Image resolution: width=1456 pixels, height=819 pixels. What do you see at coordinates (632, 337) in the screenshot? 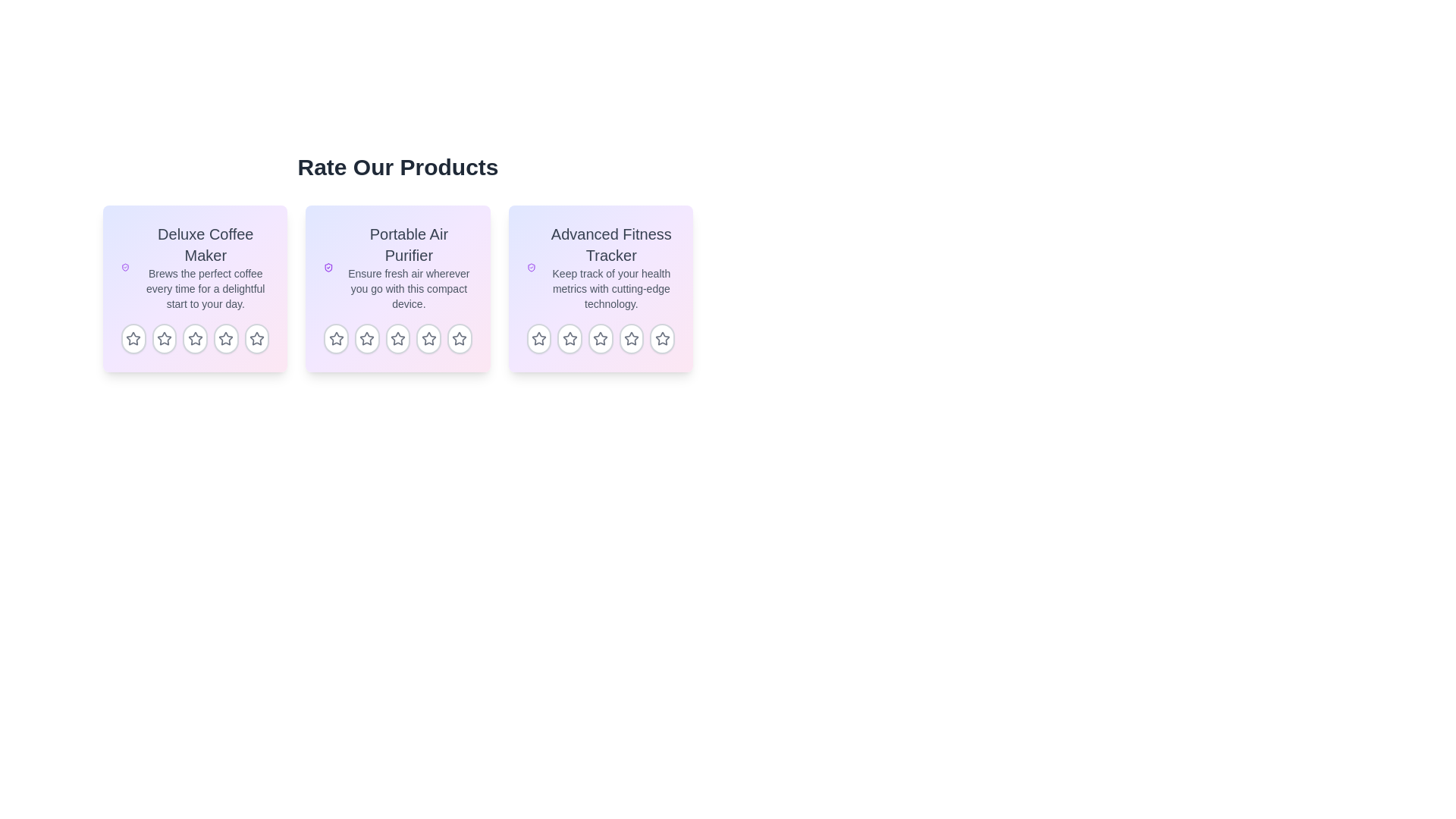
I see `the fourth star icon in the rating section of the 'Advanced Fitness Tracker' card` at bounding box center [632, 337].